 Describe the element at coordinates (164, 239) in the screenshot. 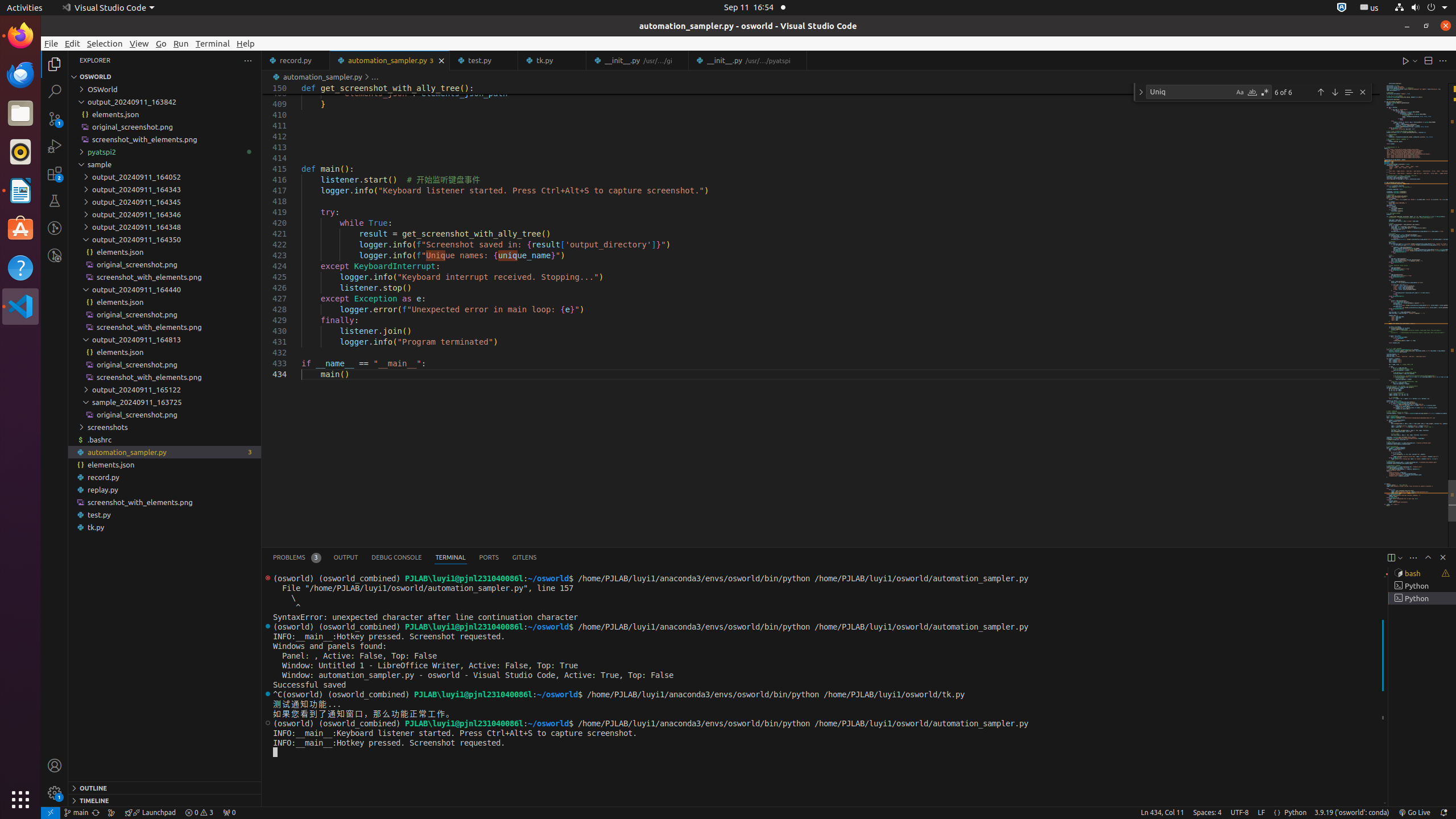

I see `'output_20240911_164350'` at that location.